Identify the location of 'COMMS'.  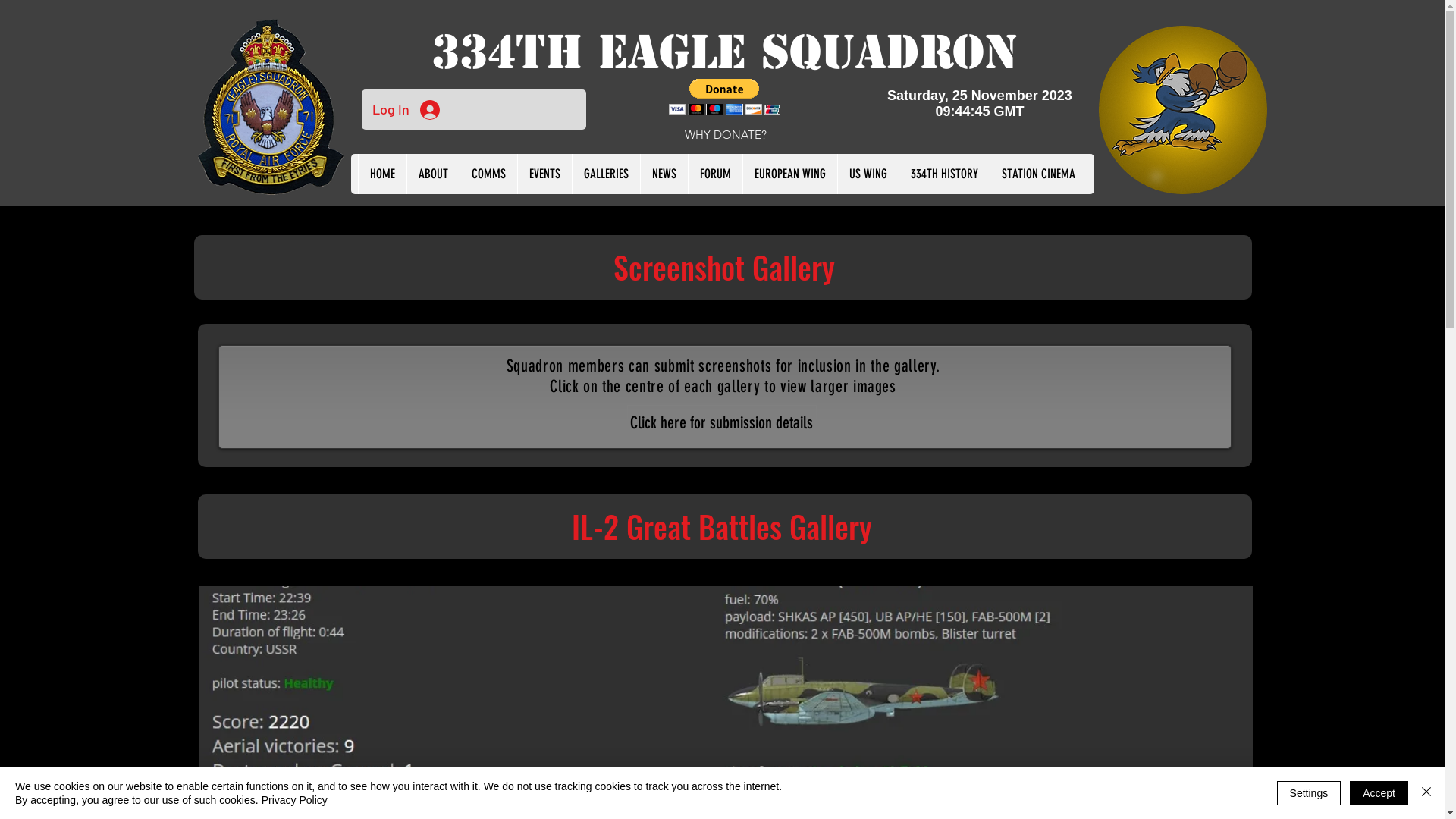
(458, 173).